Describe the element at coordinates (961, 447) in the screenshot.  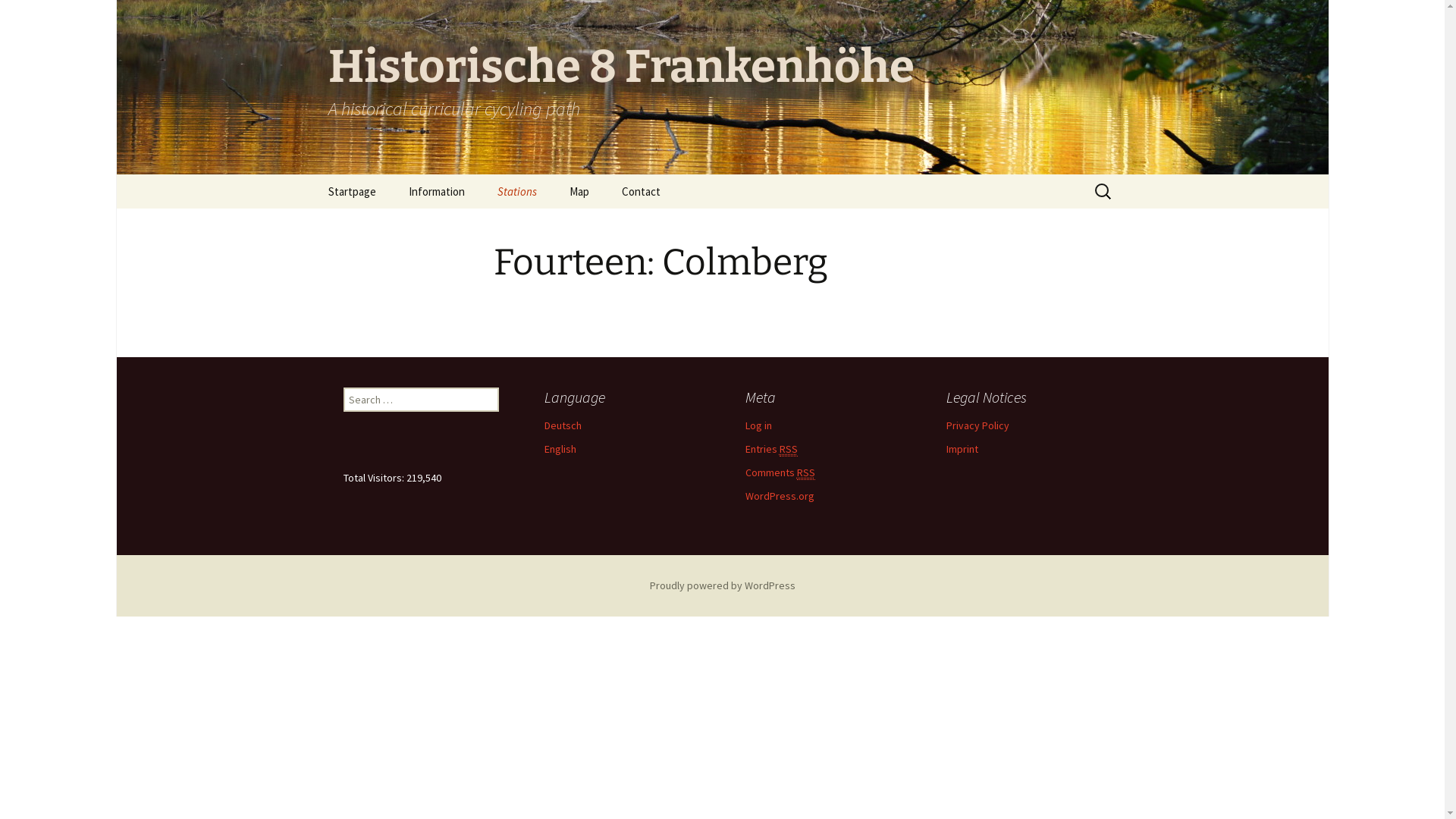
I see `'Imprint'` at that location.